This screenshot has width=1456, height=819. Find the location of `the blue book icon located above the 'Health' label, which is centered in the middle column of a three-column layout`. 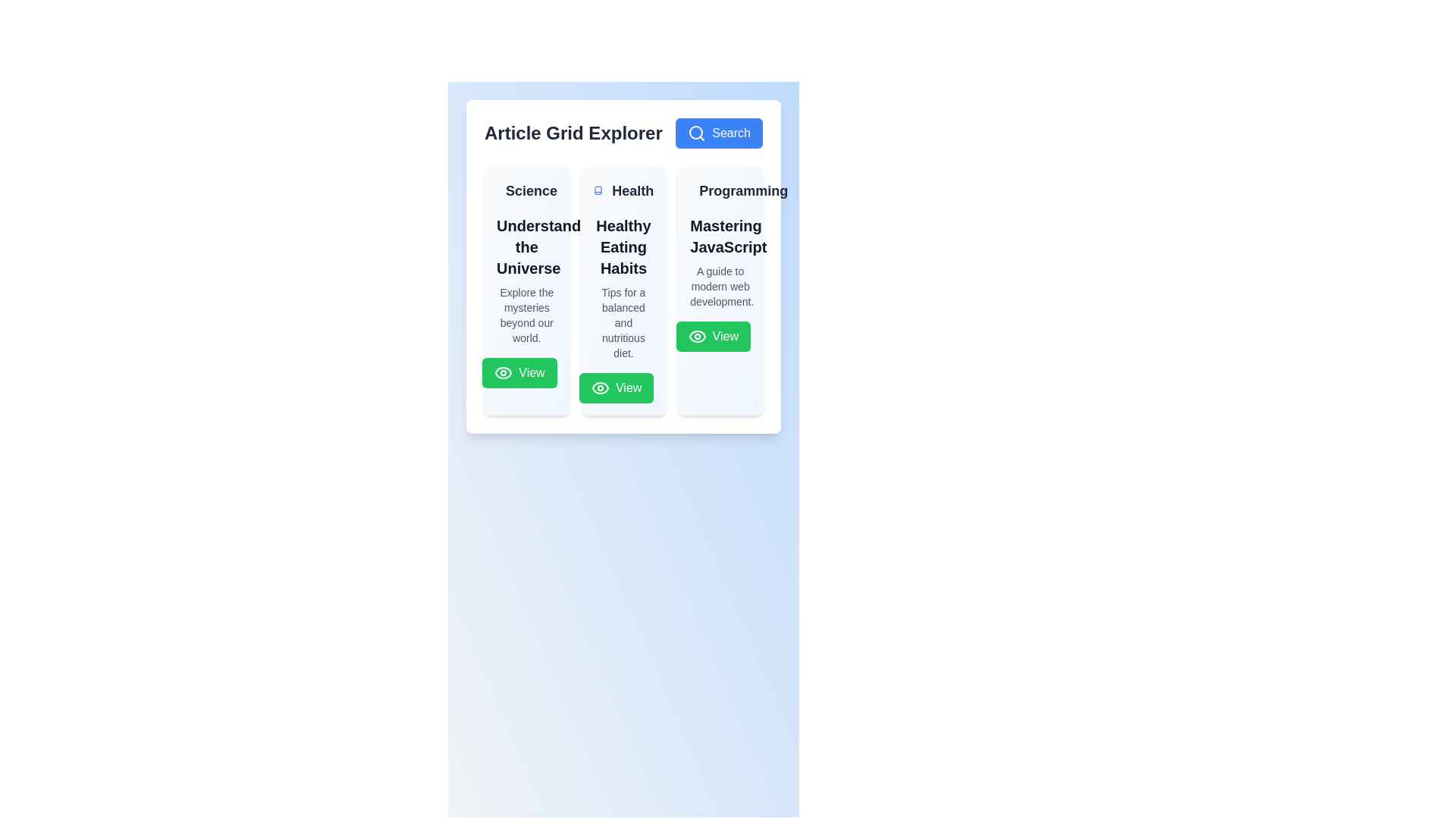

the blue book icon located above the 'Health' label, which is centered in the middle column of a three-column layout is located at coordinates (597, 190).